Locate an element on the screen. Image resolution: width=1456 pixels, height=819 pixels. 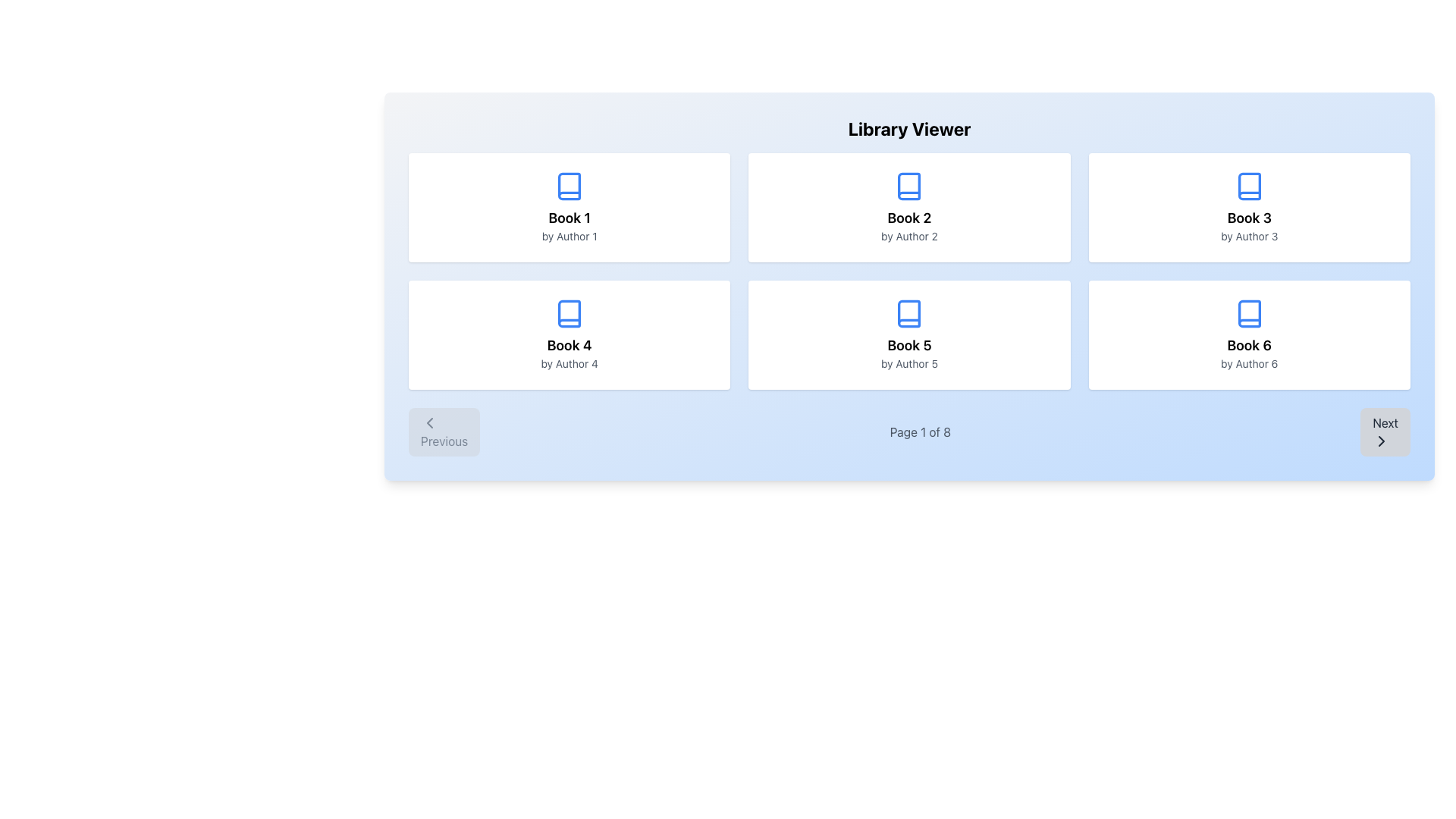
the text label displaying 'by Author 5' located beneath the title 'Book 5' in the card representing 'Book 5', which is the fifth card in the grid layout is located at coordinates (909, 363).